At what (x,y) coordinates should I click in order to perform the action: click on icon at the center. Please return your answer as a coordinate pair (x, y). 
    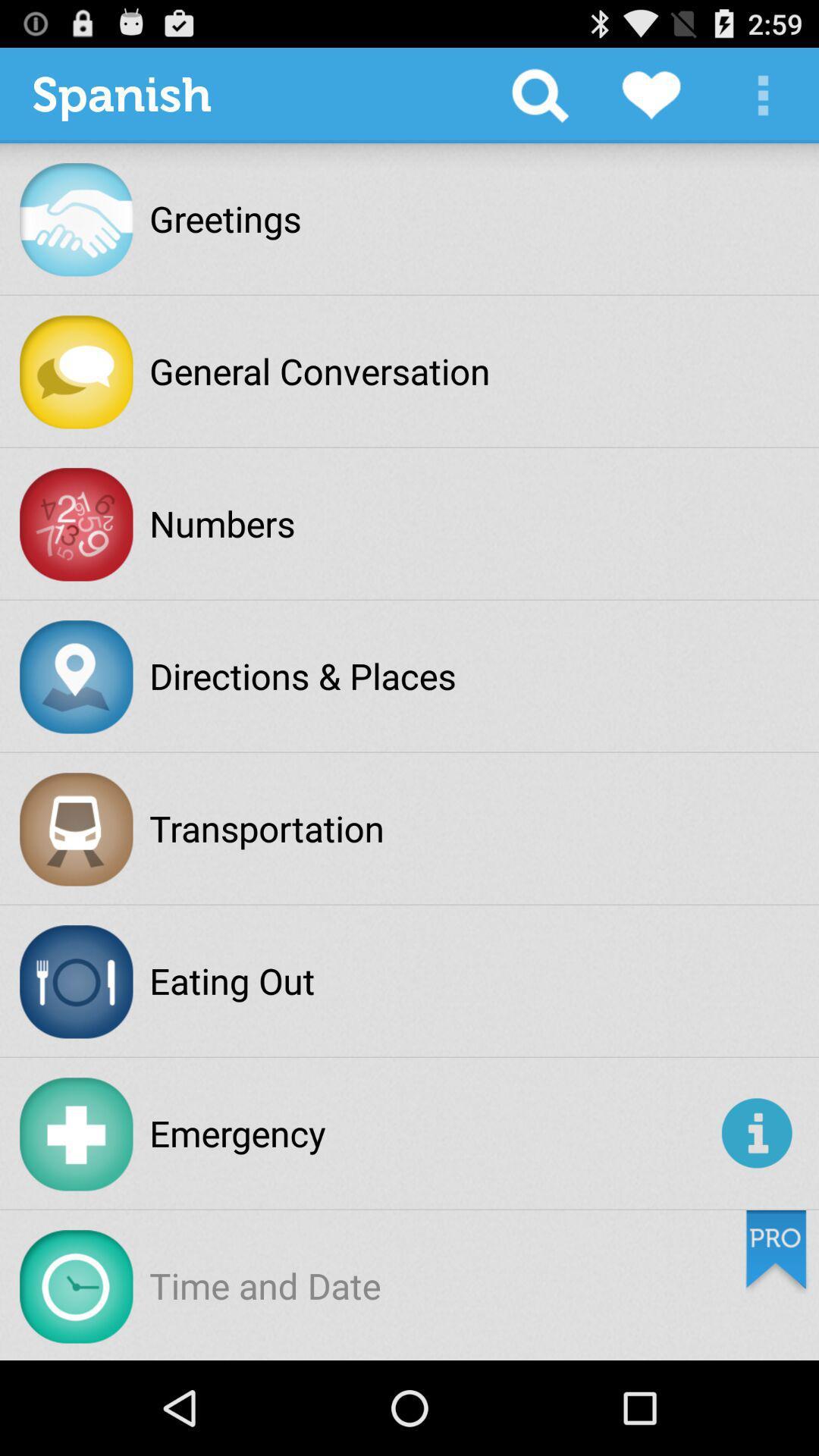
    Looking at the image, I should click on (303, 675).